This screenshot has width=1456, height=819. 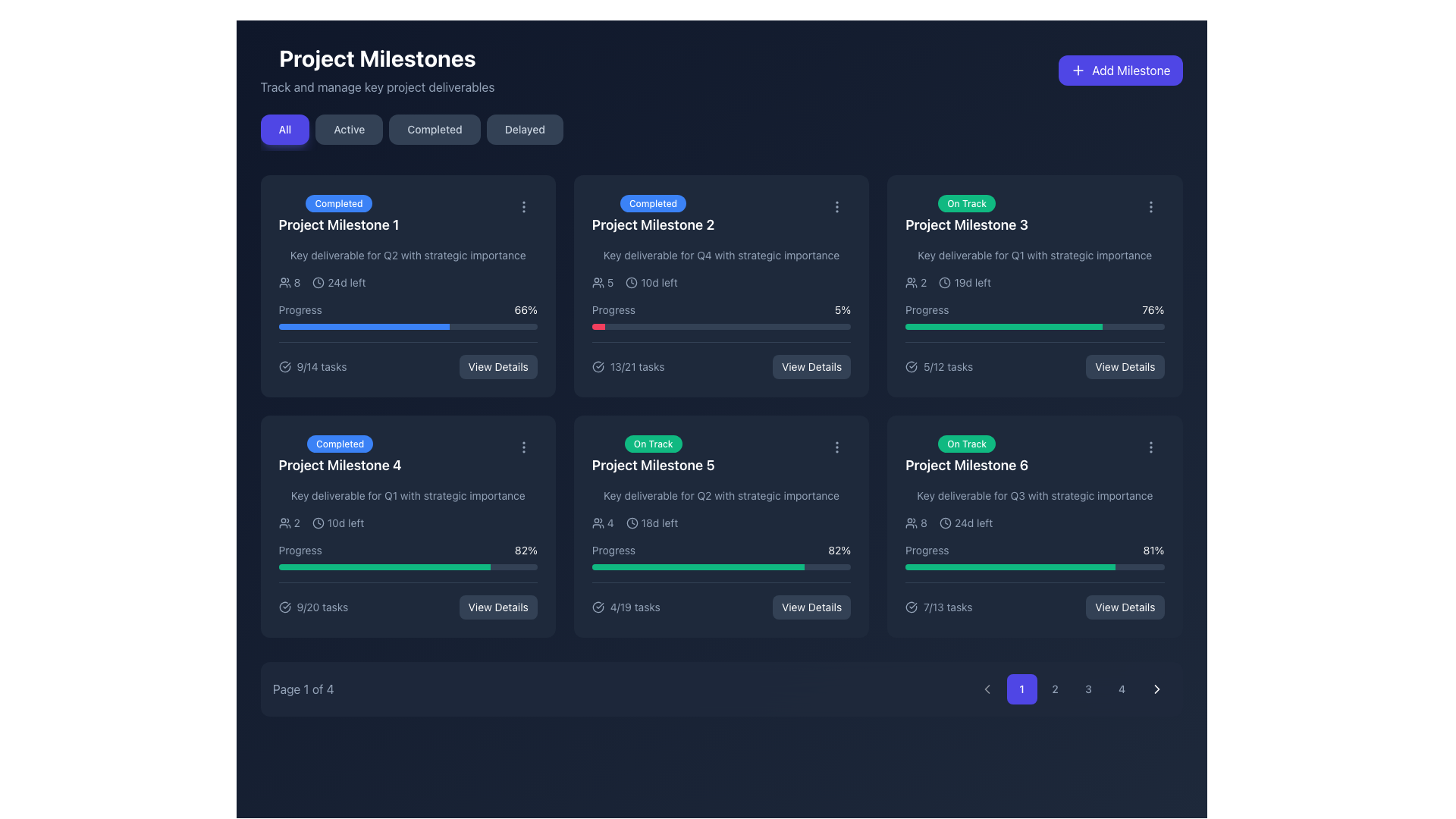 What do you see at coordinates (1087, 689) in the screenshot?
I see `the circular button labeled '3'` at bounding box center [1087, 689].